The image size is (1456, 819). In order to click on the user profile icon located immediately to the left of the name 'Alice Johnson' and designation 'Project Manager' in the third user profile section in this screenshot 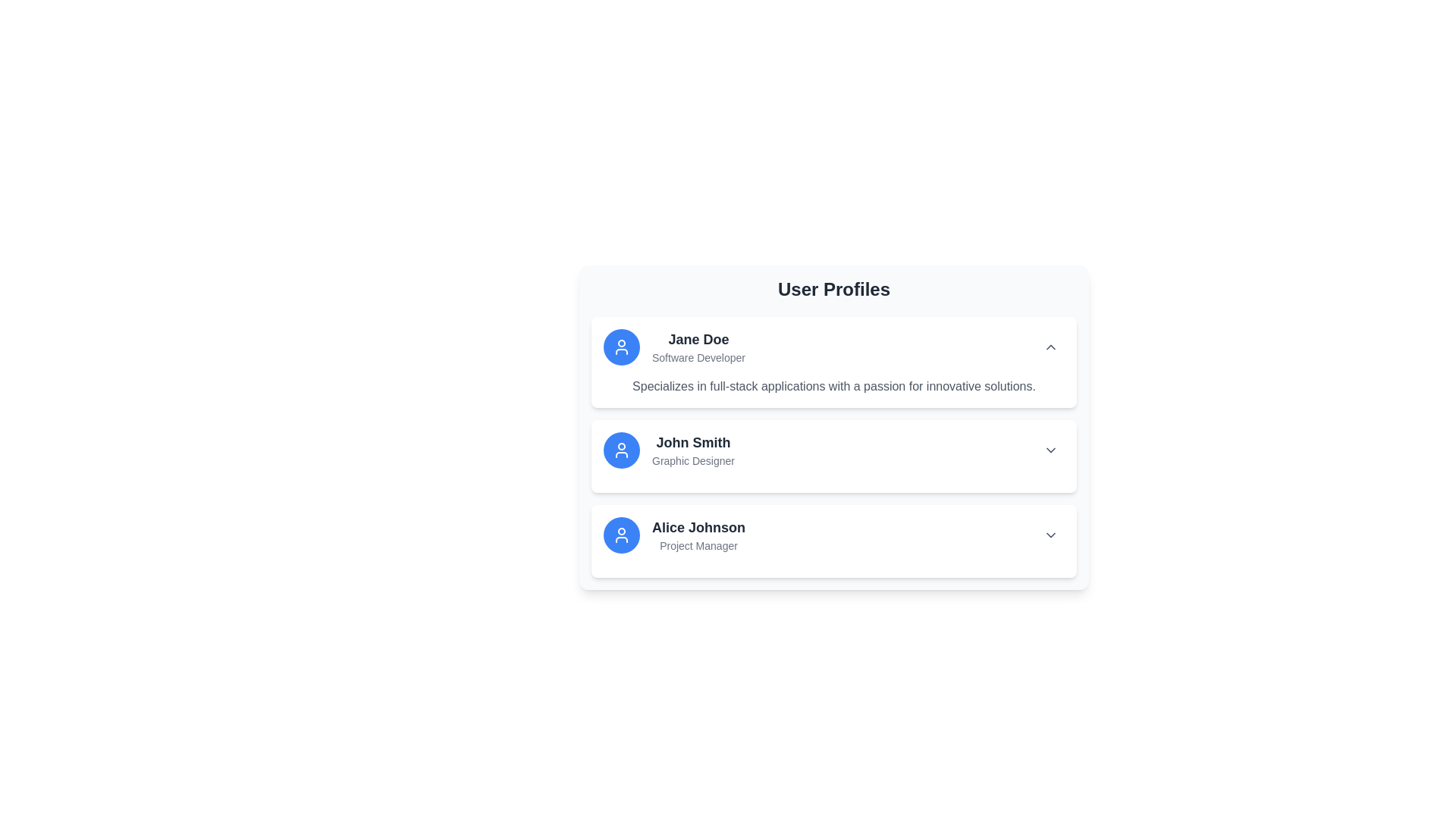, I will do `click(622, 534)`.